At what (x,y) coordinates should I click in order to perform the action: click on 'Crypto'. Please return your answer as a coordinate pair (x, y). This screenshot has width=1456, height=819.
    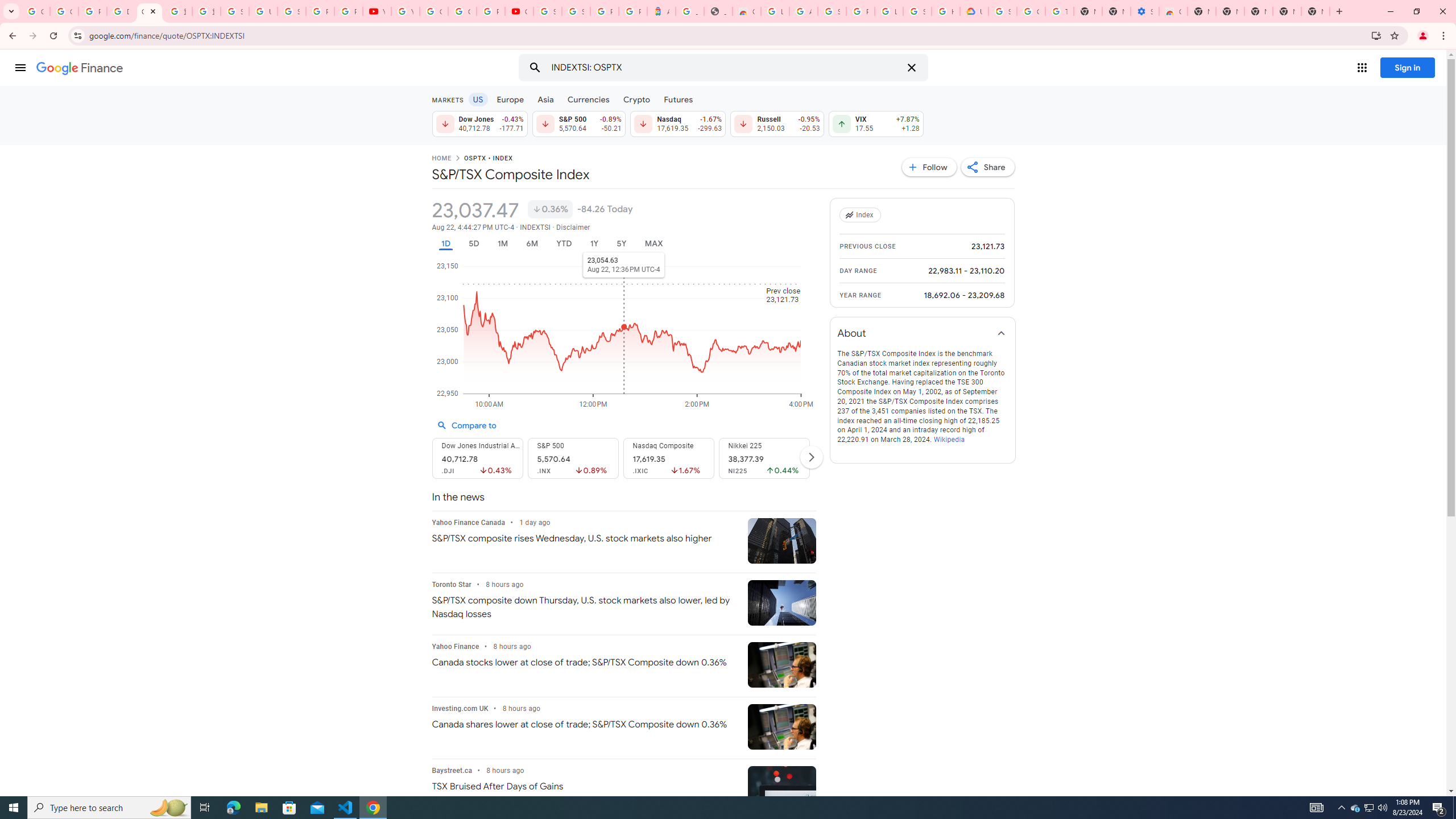
    Looking at the image, I should click on (637, 98).